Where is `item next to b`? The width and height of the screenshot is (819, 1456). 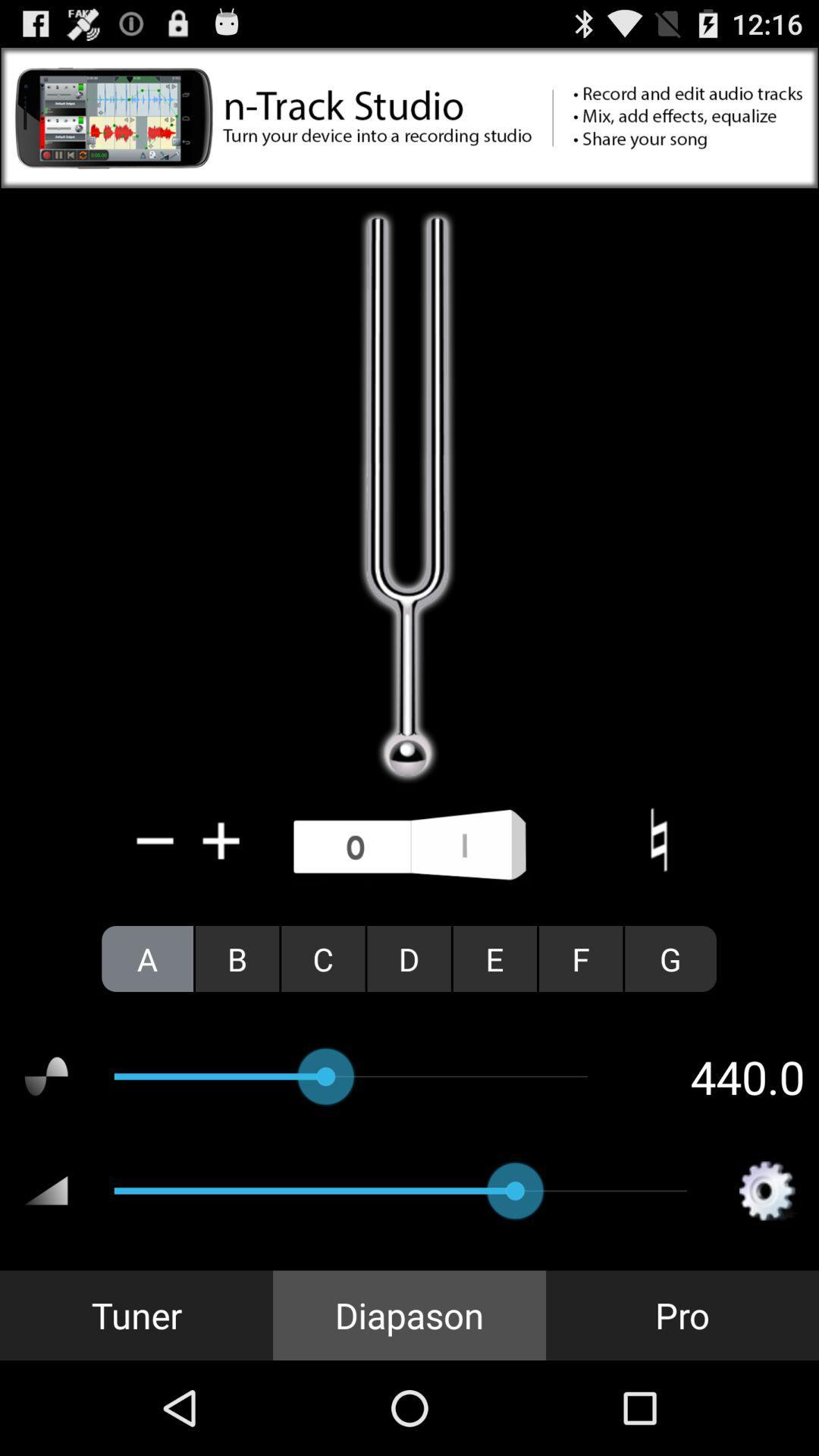 item next to b is located at coordinates (322, 958).